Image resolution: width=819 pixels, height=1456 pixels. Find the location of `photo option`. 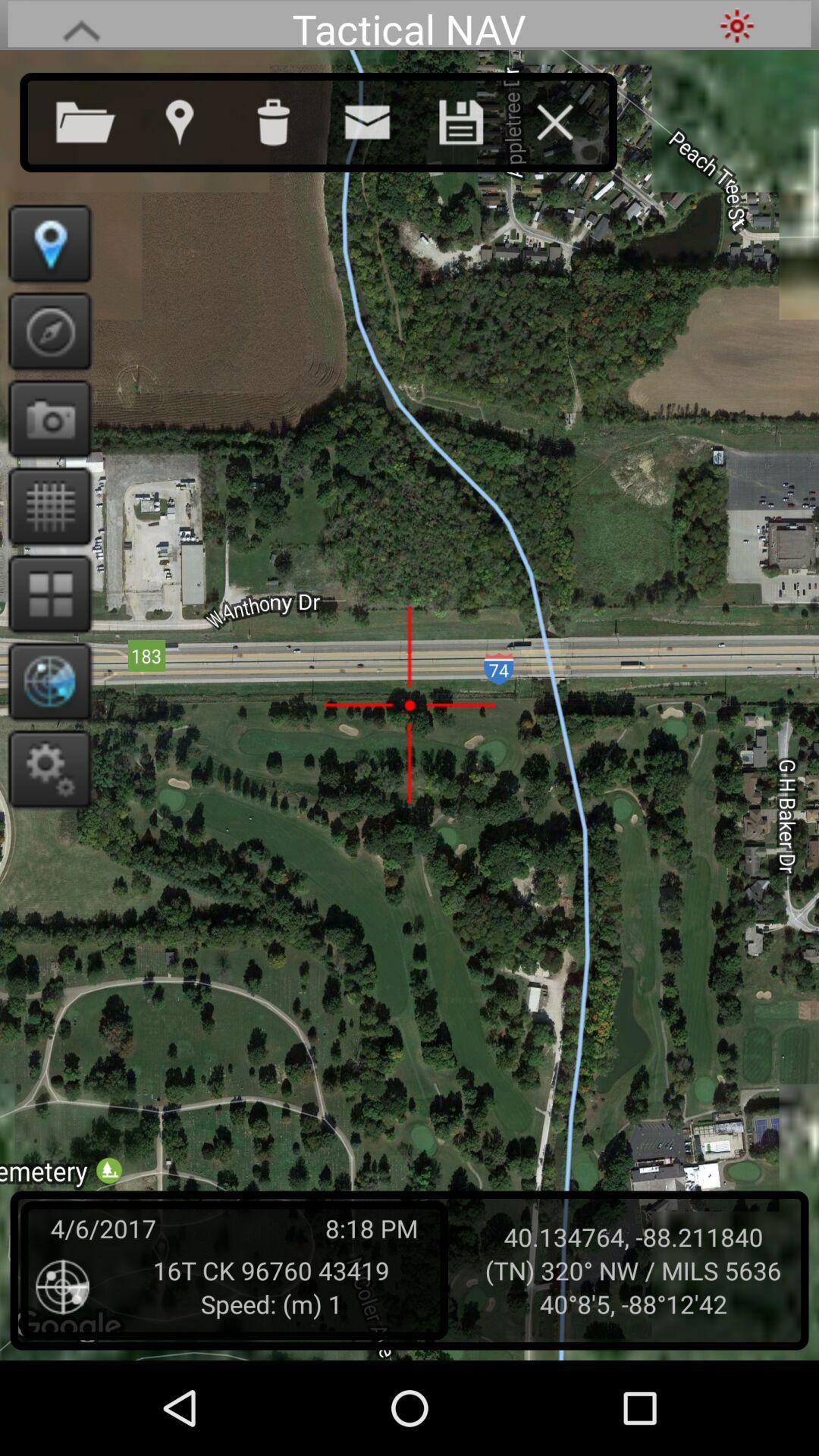

photo option is located at coordinates (44, 419).